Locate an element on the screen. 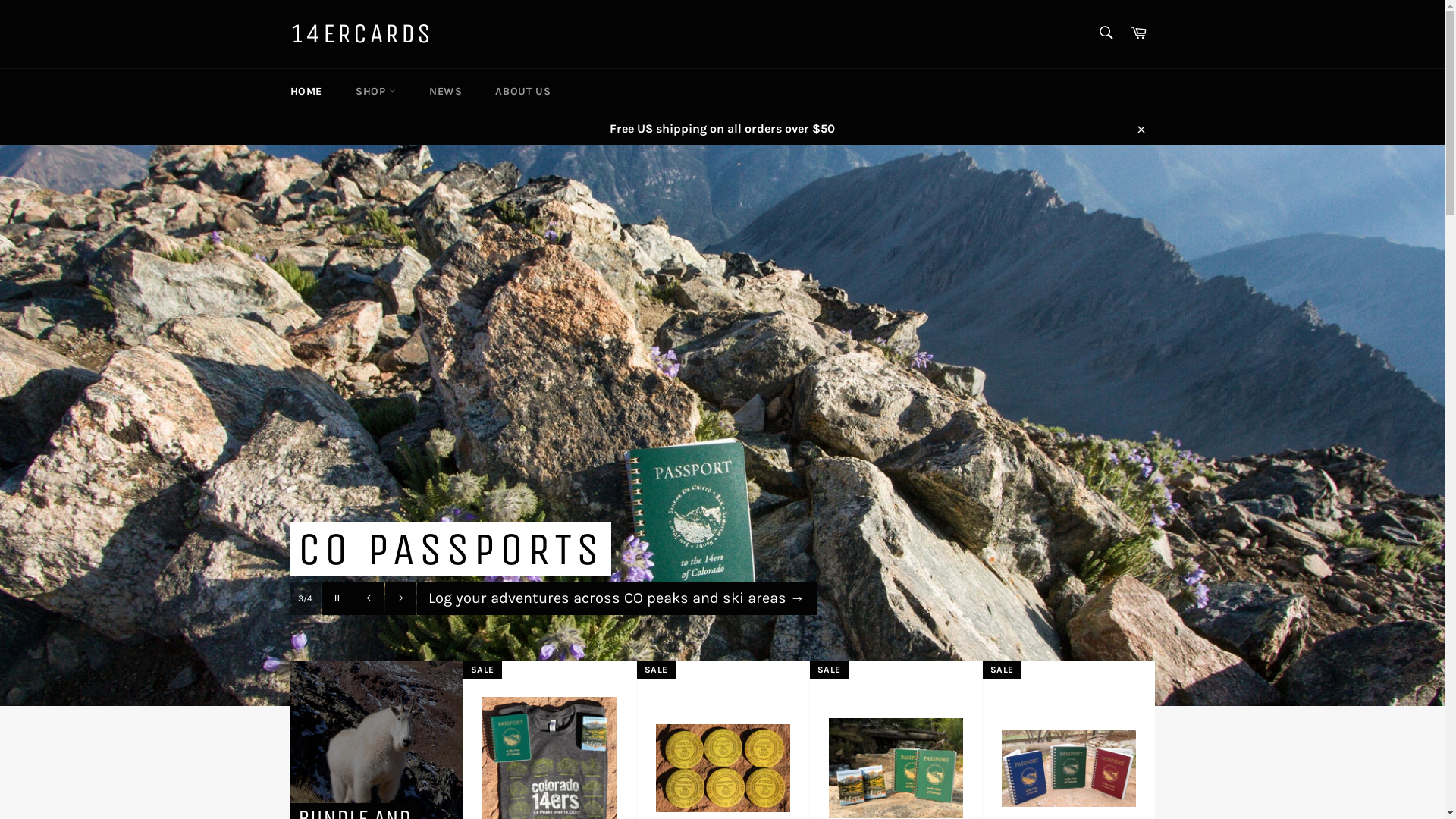  'HOME' is located at coordinates (274, 90).